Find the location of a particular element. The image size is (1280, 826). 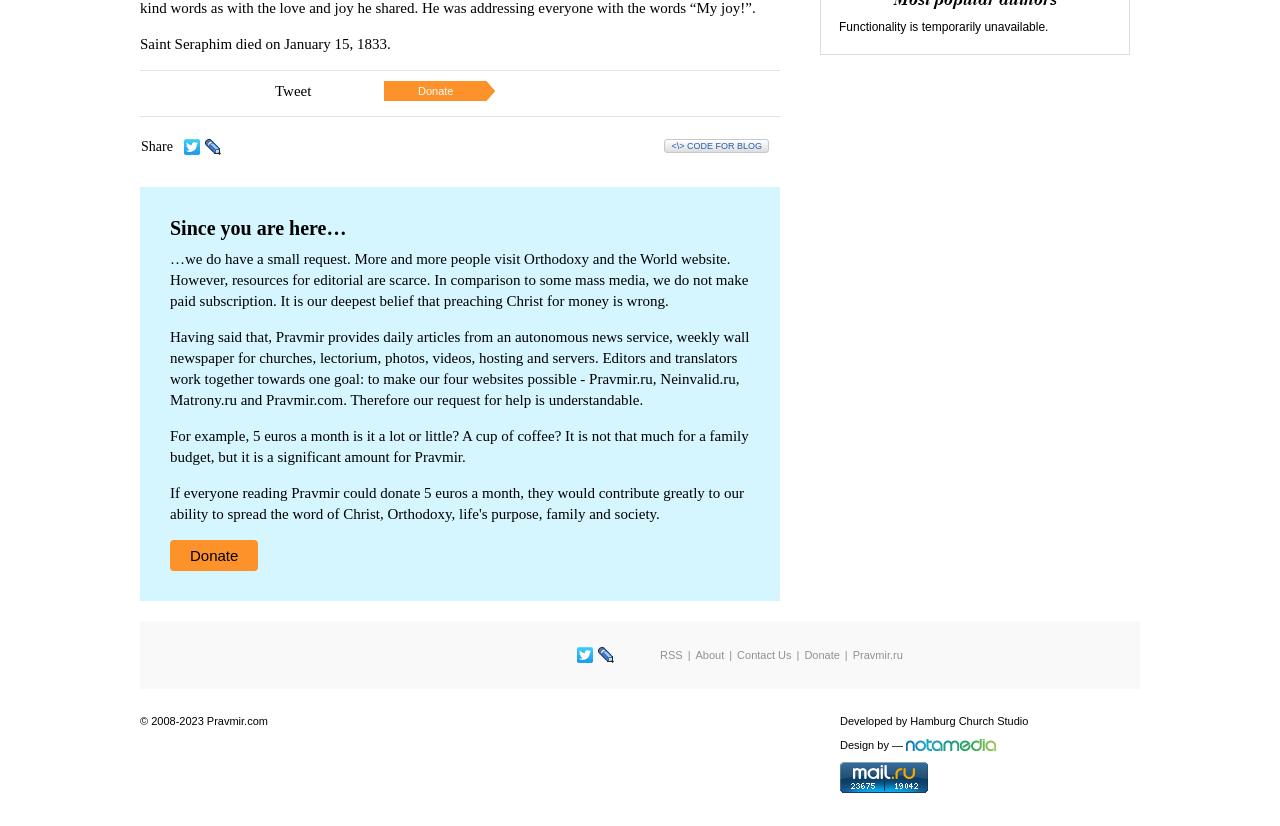

'Saint Seraphim died on January 15, 1833.' is located at coordinates (263, 43).